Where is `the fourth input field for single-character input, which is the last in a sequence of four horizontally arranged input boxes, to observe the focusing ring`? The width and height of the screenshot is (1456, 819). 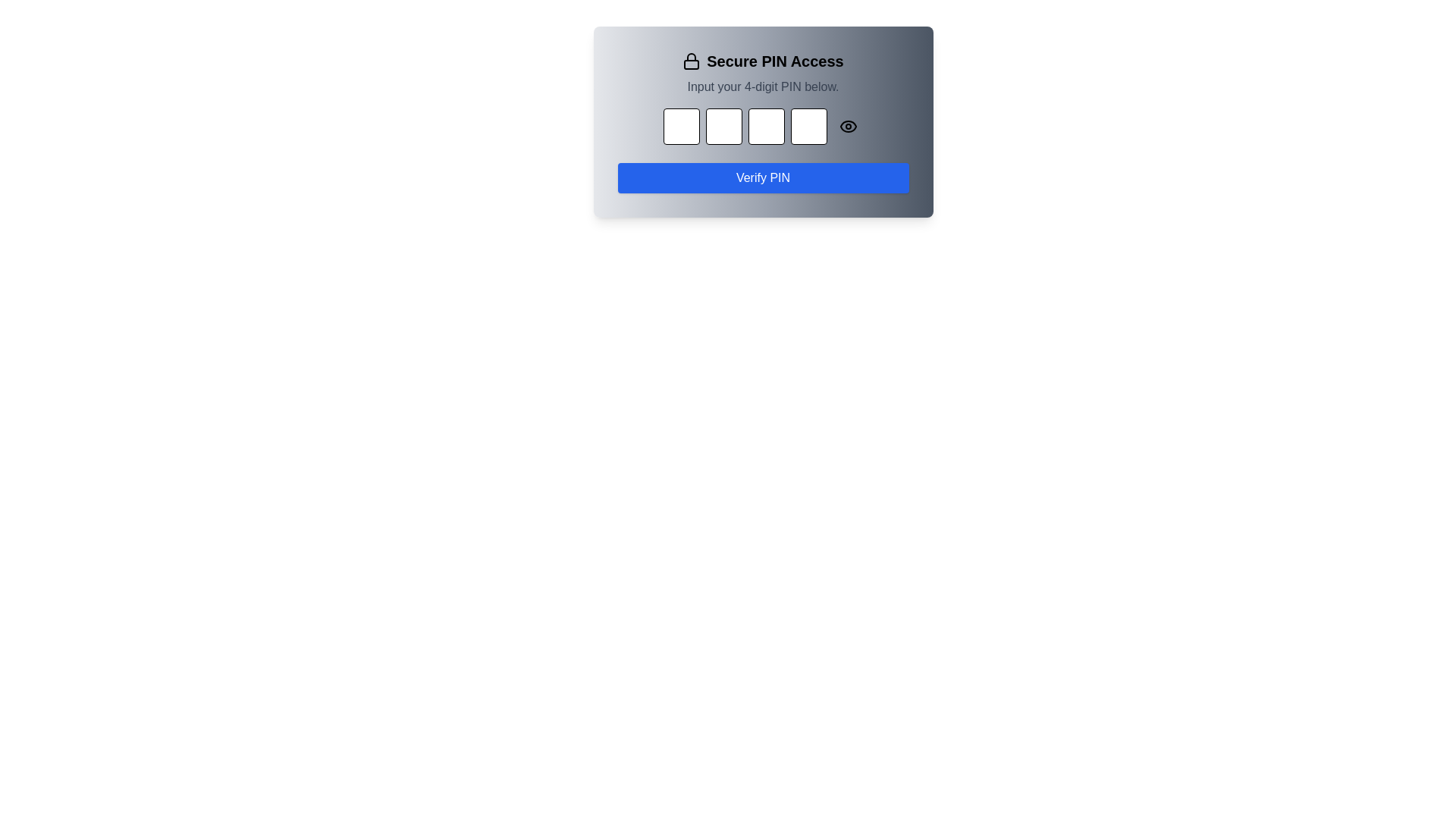 the fourth input field for single-character input, which is the last in a sequence of four horizontally arranged input boxes, to observe the focusing ring is located at coordinates (808, 125).